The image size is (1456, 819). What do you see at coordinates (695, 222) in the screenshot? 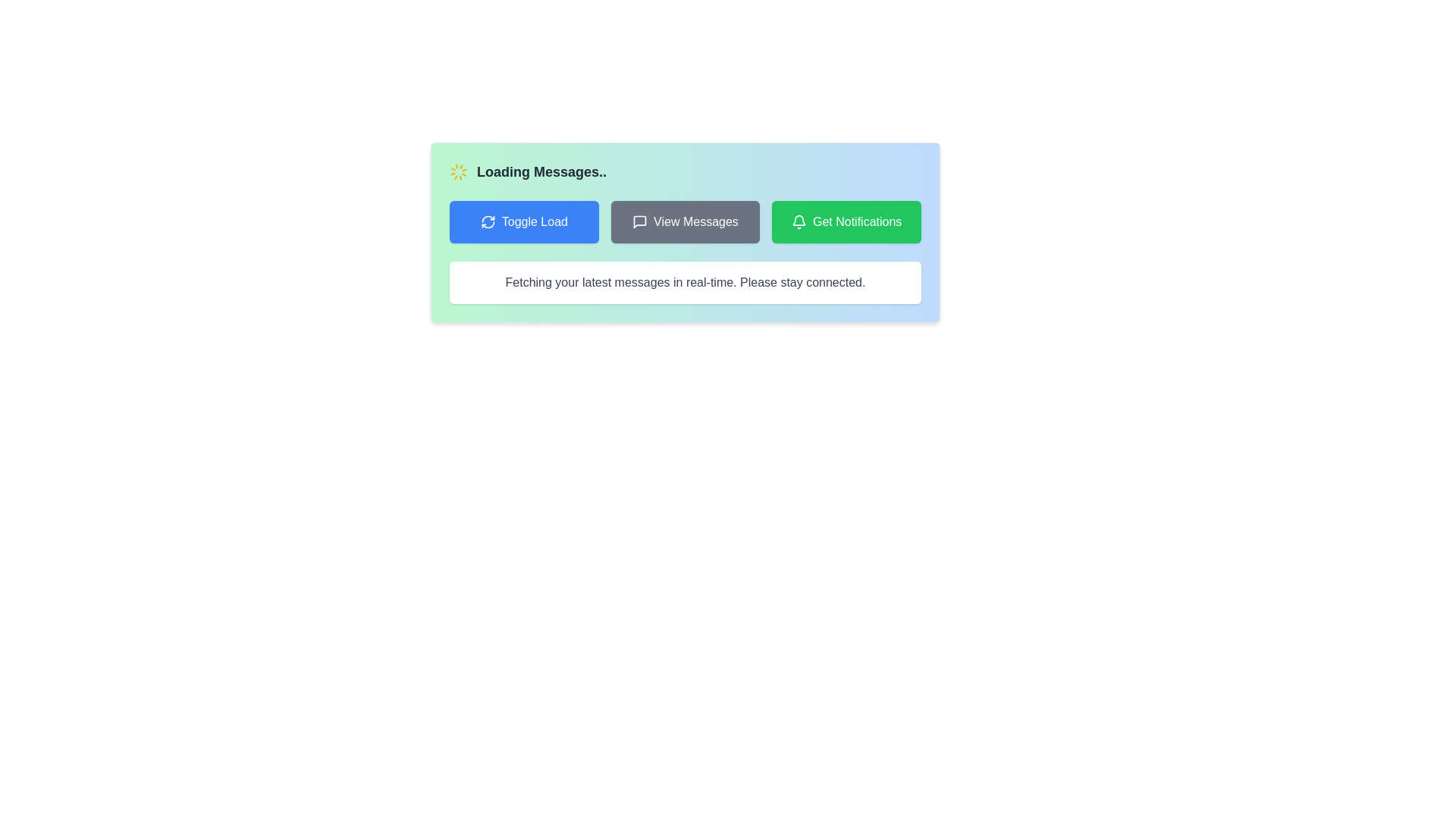
I see `the non-interactive text label that indicates the purpose of the 'View Messages' button, located in the middle-right portion of the button` at bounding box center [695, 222].